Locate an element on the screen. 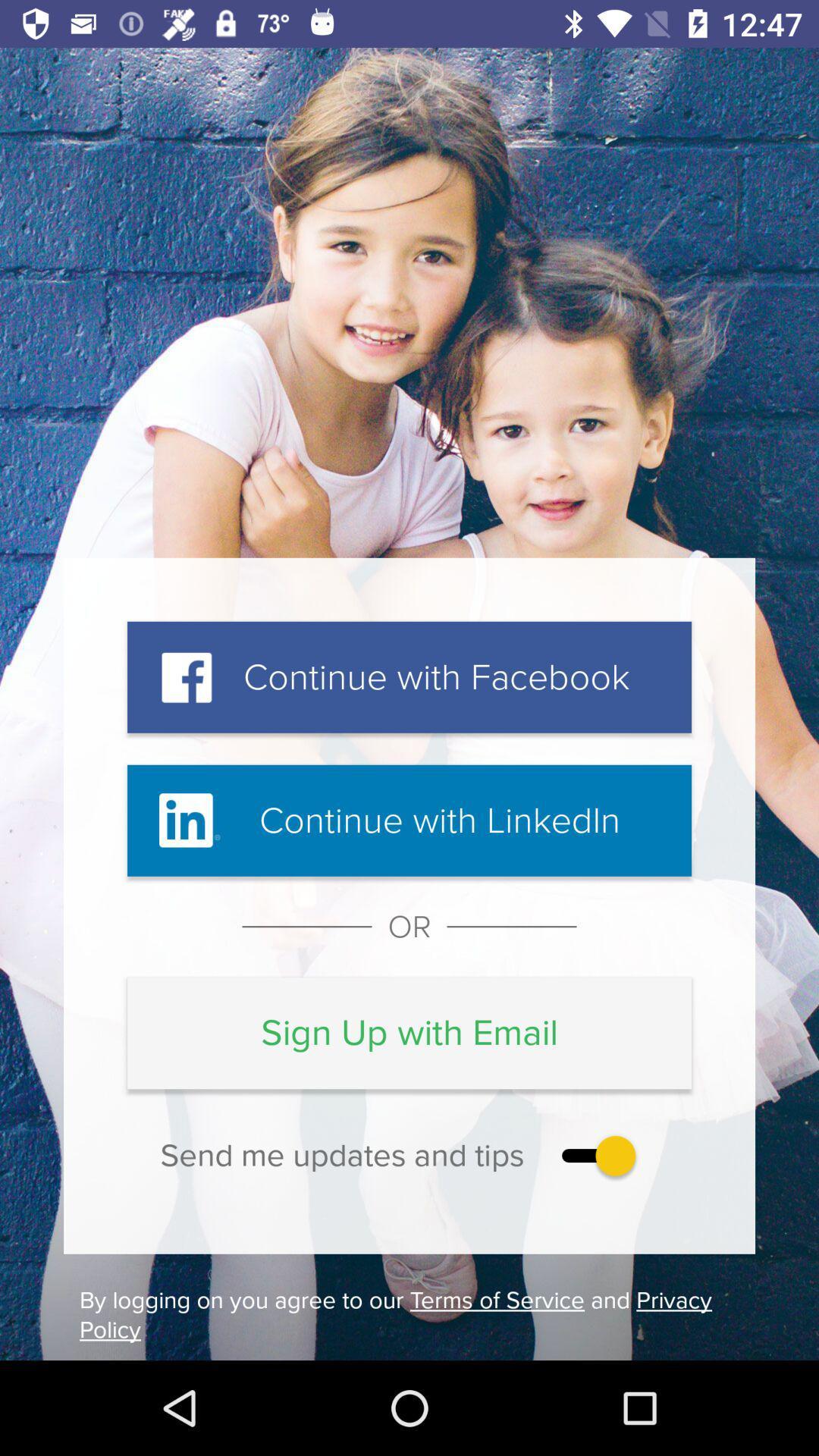 This screenshot has width=819, height=1456. enable the notification is located at coordinates (595, 1154).